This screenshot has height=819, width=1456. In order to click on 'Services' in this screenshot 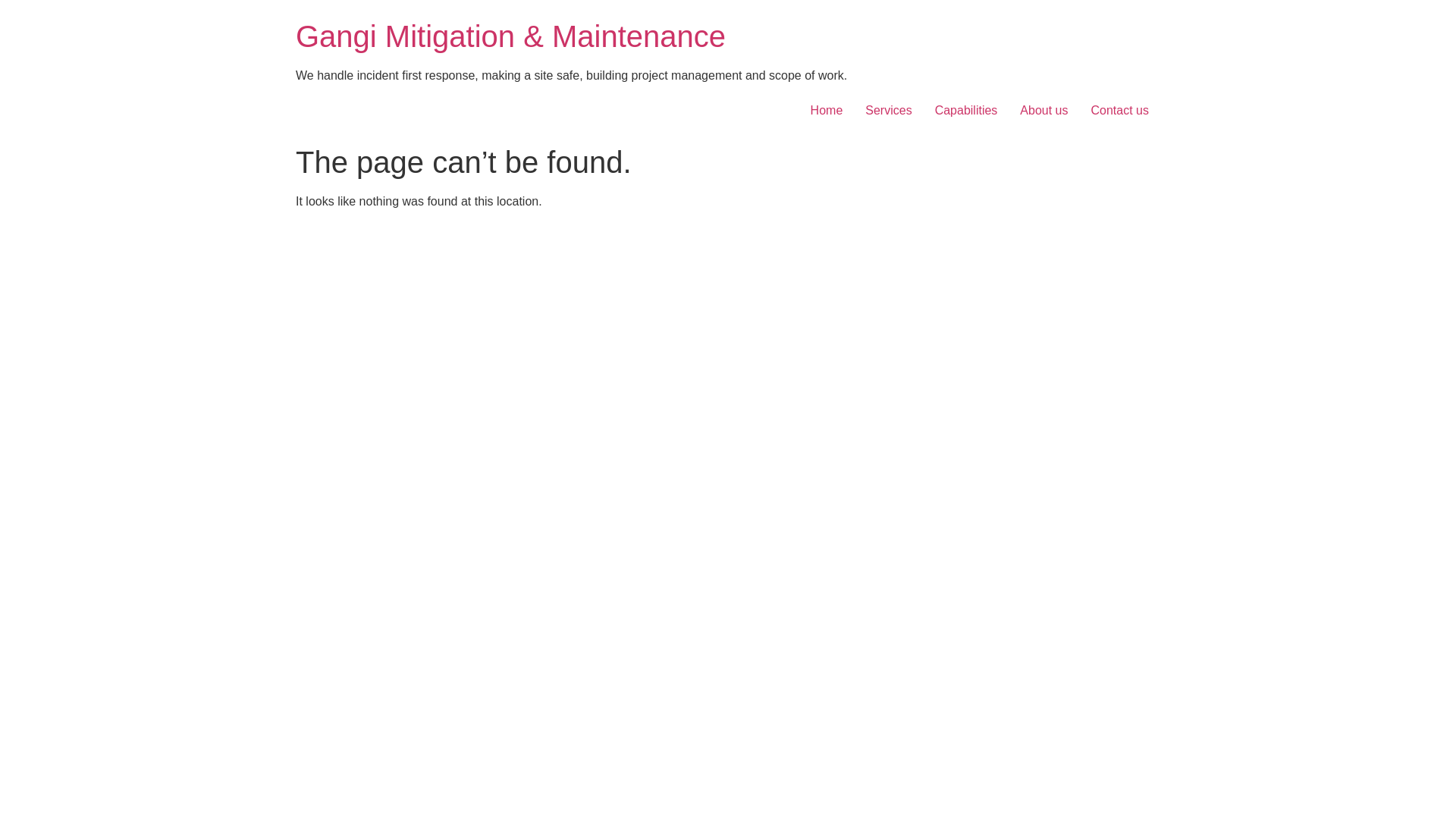, I will do `click(888, 110)`.